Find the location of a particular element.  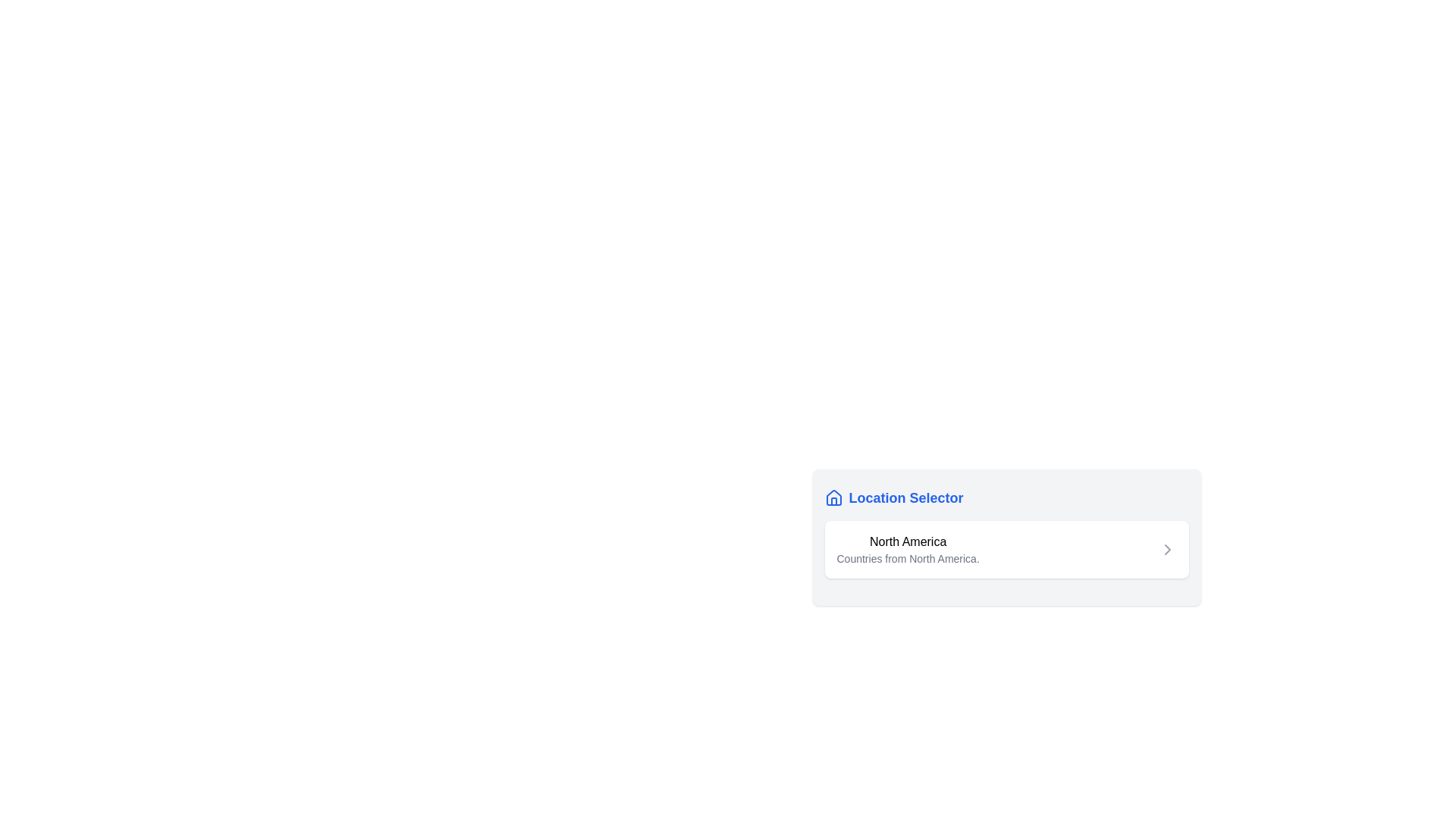

the chevron icon located at the far-right end of the card labeled 'North America' for a potential tooltip is located at coordinates (1166, 550).